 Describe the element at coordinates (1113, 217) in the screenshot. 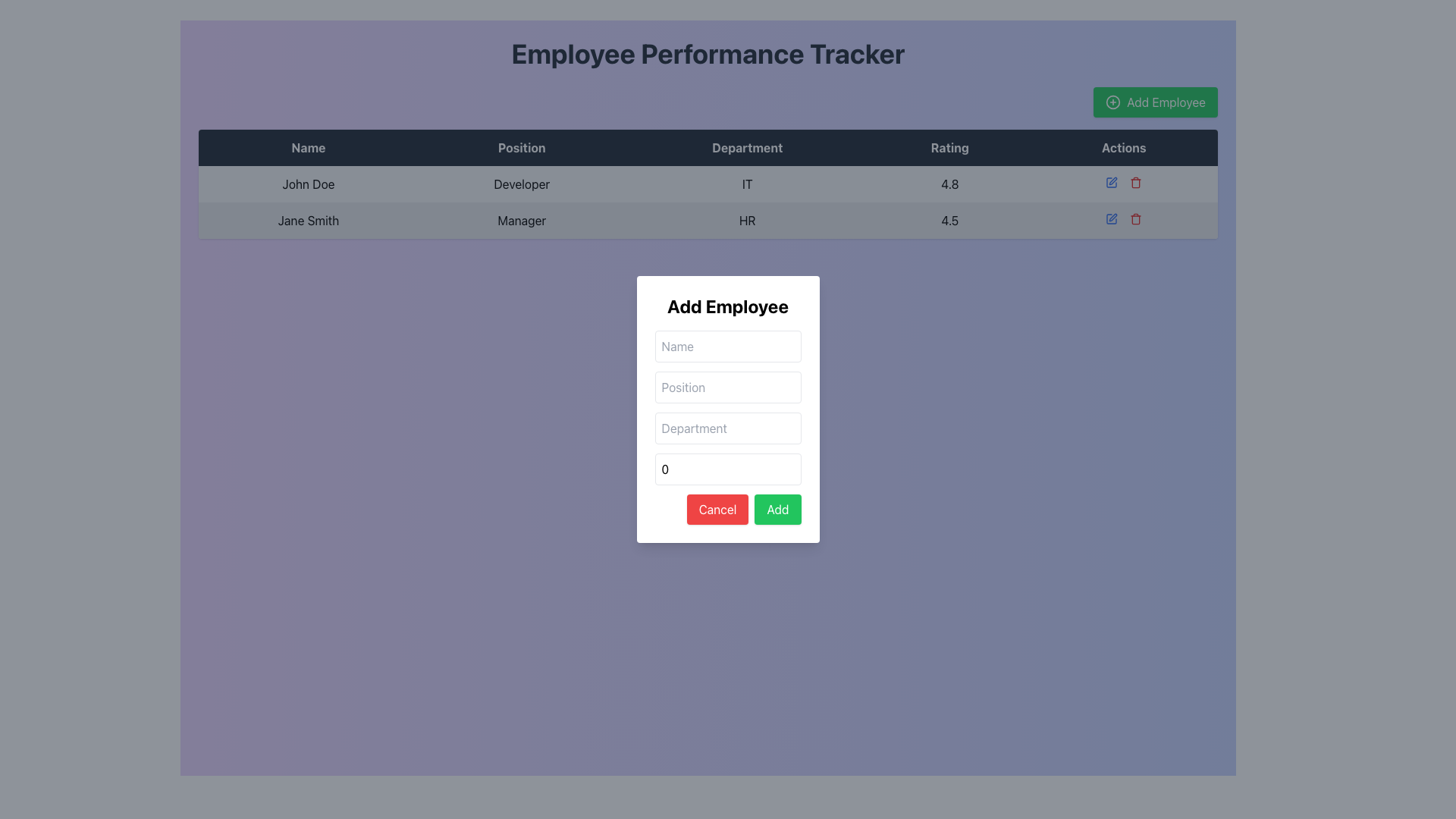

I see `the pen-shaped icon located in the second row of the actions column within the interactive table` at that location.